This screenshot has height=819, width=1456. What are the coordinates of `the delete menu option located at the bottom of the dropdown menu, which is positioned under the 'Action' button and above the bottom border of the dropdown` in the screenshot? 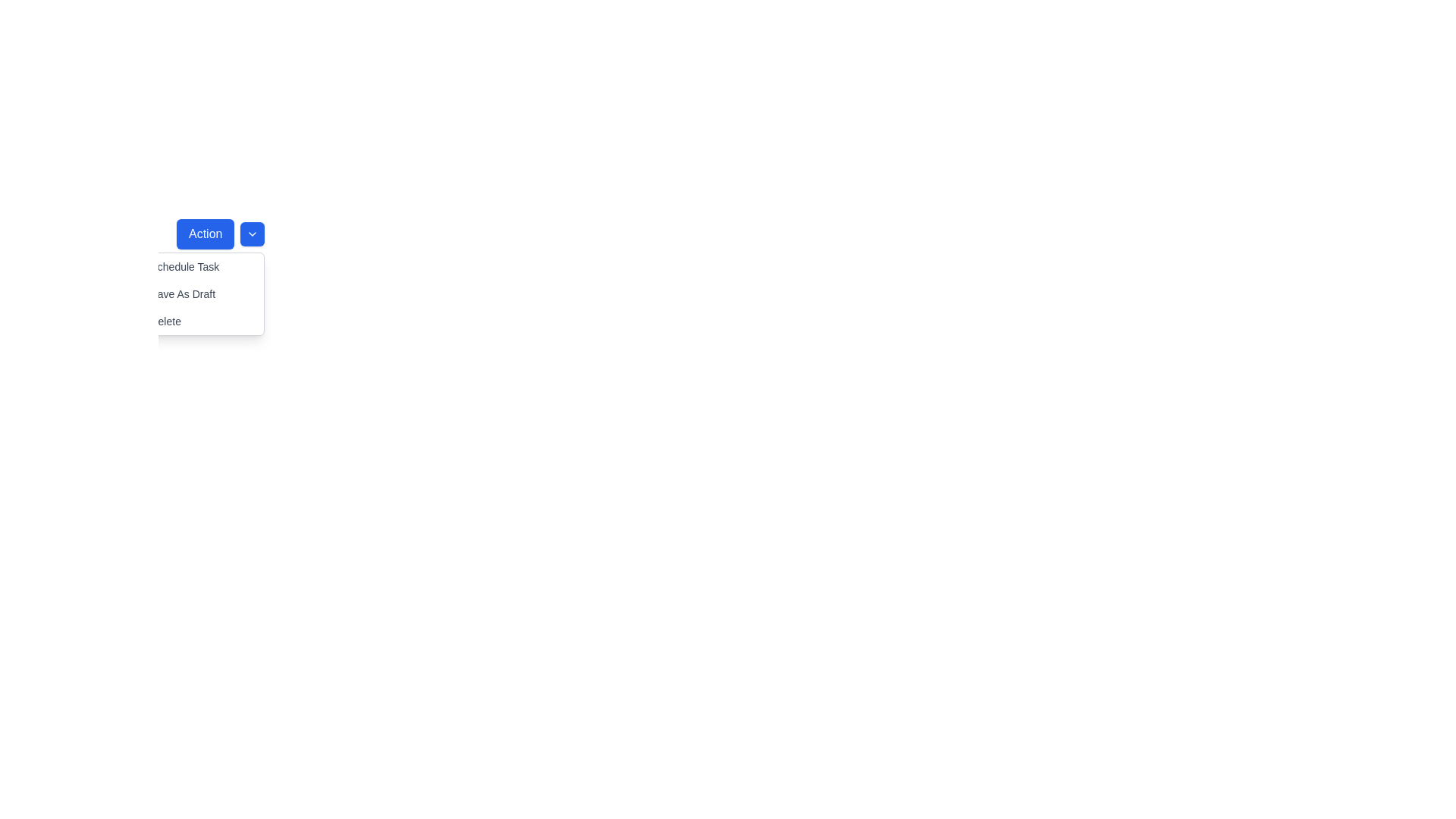 It's located at (191, 321).